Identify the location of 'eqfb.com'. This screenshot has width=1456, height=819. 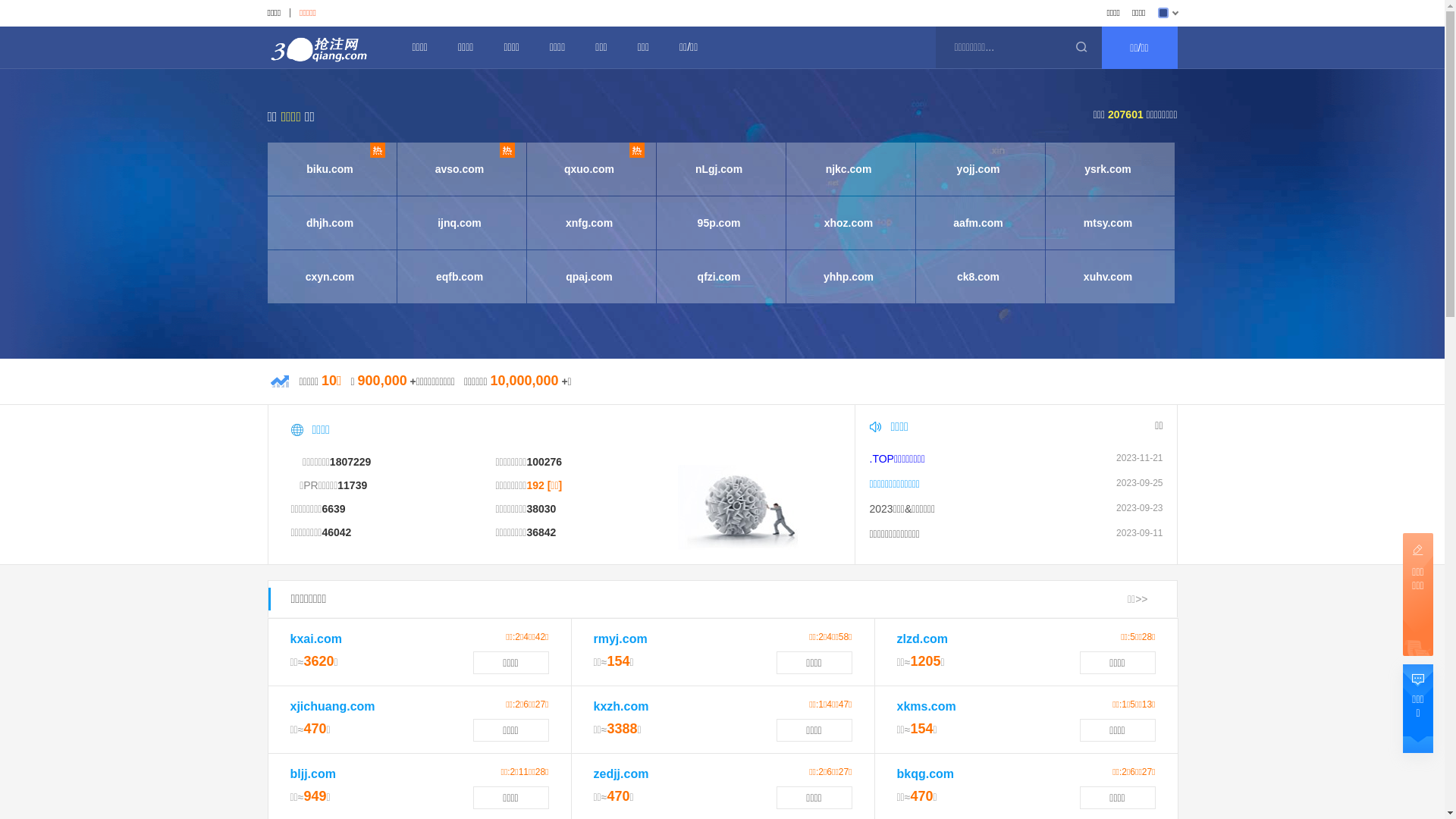
(459, 277).